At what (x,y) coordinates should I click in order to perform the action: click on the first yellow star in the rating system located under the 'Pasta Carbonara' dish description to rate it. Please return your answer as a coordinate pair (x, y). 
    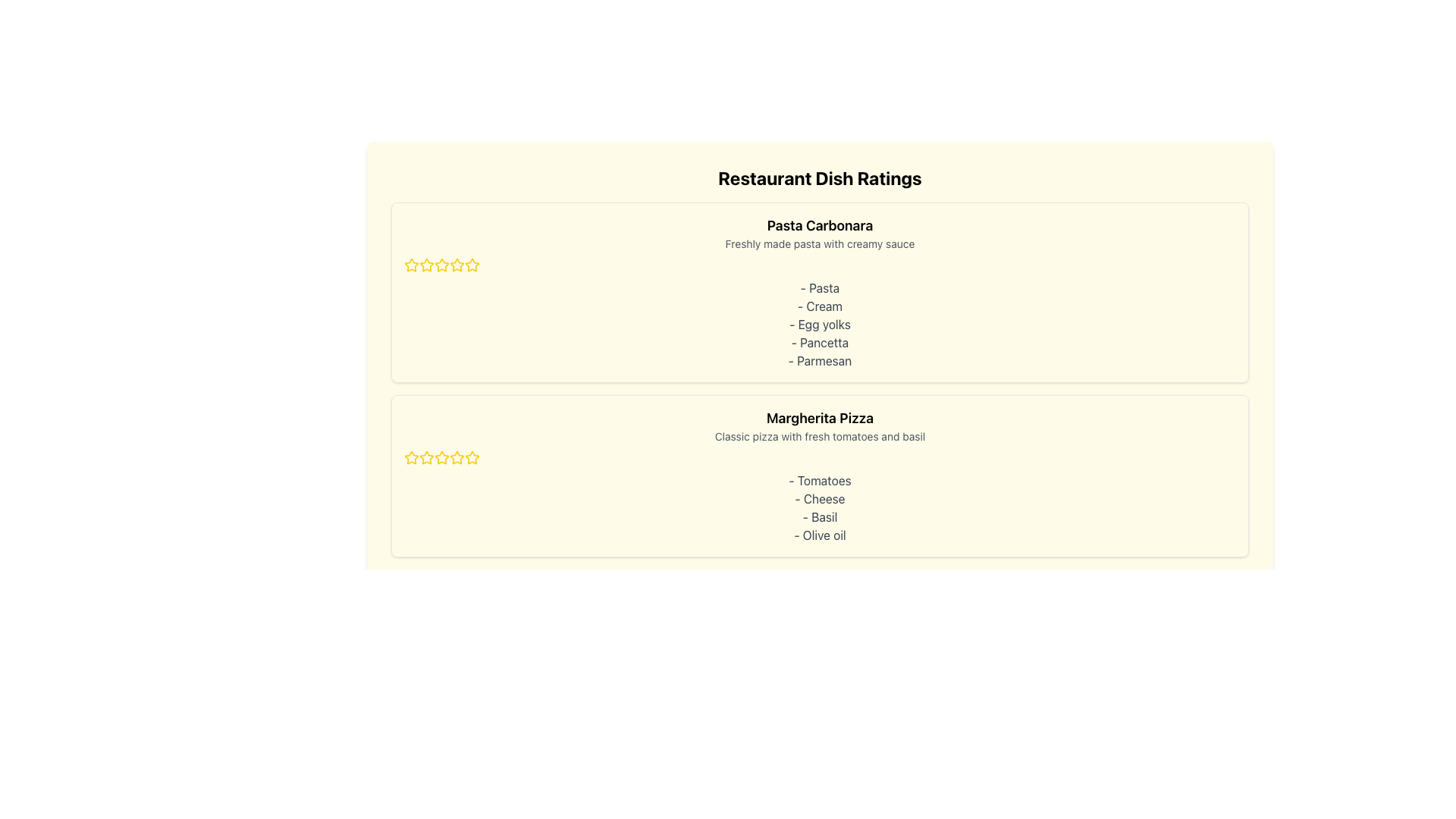
    Looking at the image, I should click on (411, 265).